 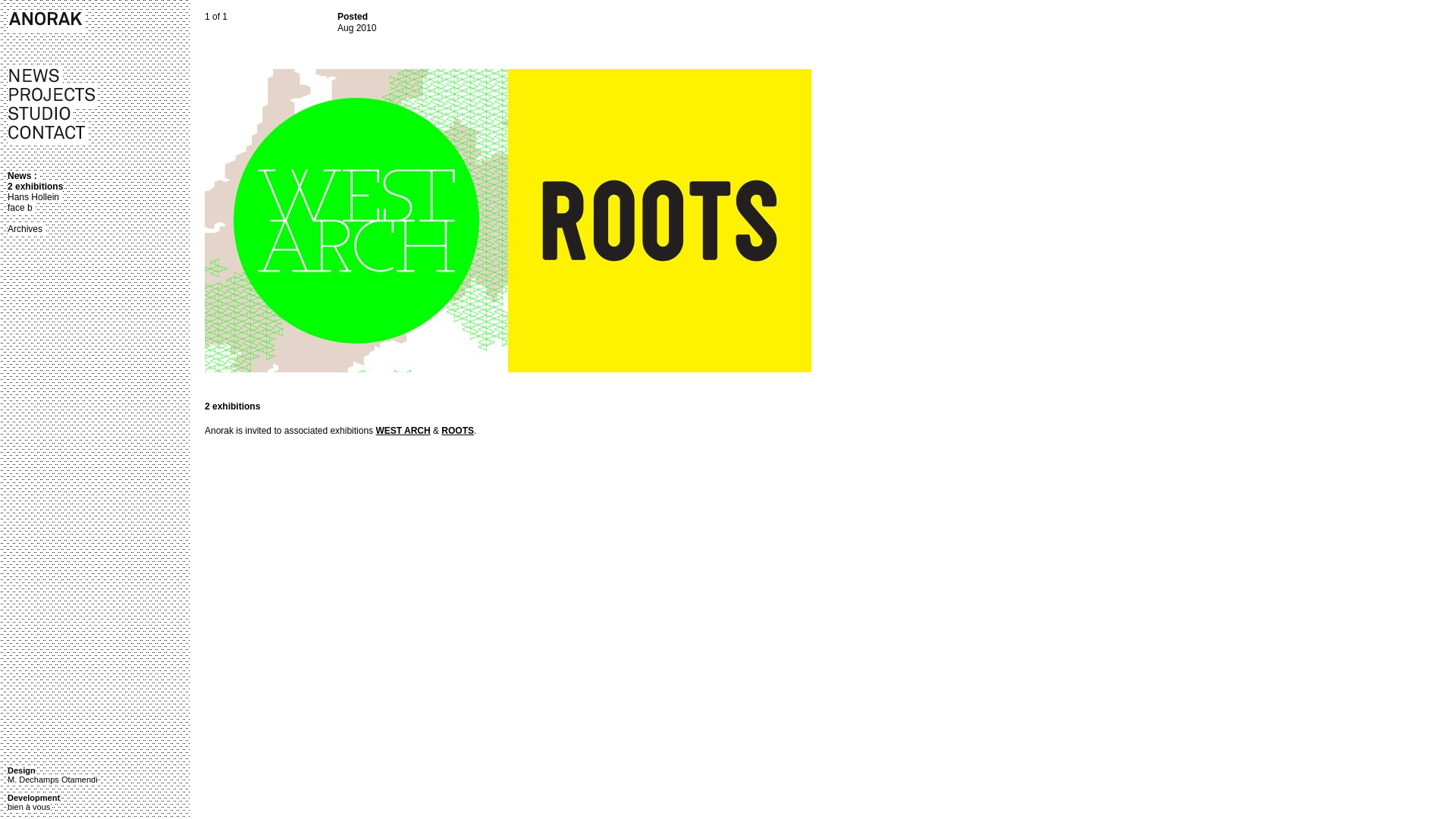 I want to click on 'M. Dechamps Otamendi', so click(x=52, y=780).